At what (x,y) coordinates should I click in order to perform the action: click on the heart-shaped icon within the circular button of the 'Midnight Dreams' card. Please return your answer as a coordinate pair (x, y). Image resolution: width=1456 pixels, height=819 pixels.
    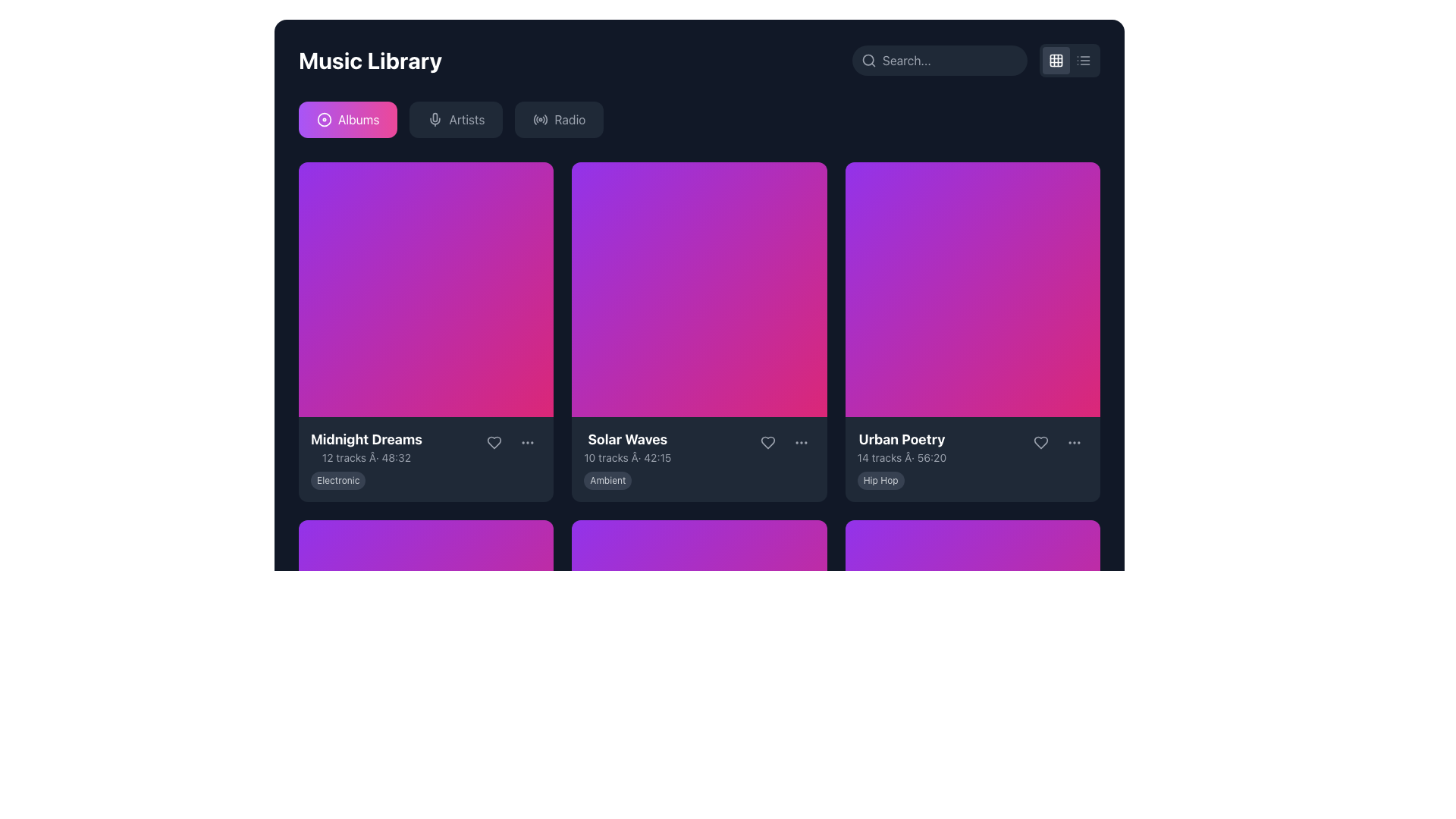
    Looking at the image, I should click on (494, 443).